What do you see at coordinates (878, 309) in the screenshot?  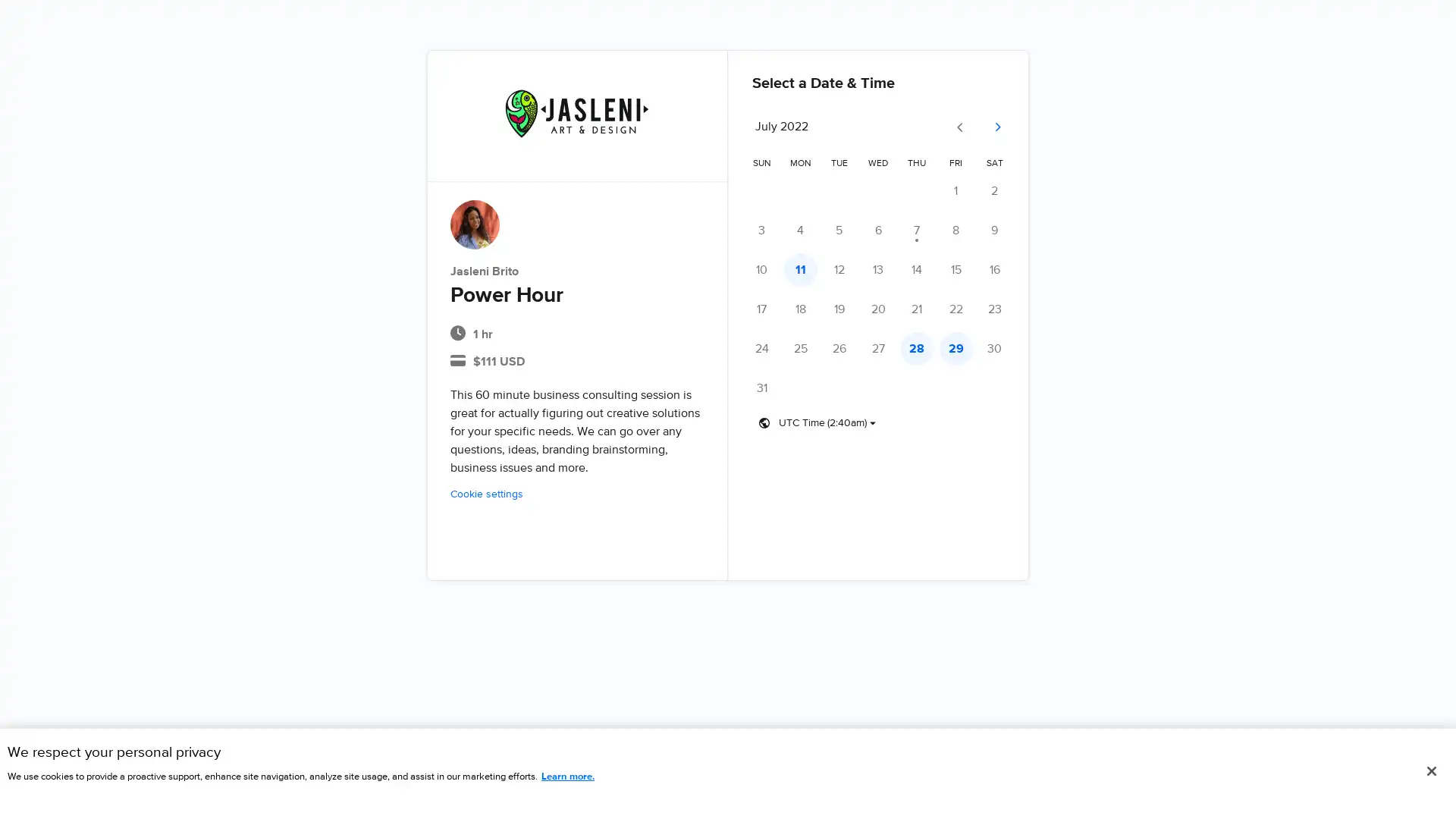 I see `Wednesday, July 20 - No times available` at bounding box center [878, 309].